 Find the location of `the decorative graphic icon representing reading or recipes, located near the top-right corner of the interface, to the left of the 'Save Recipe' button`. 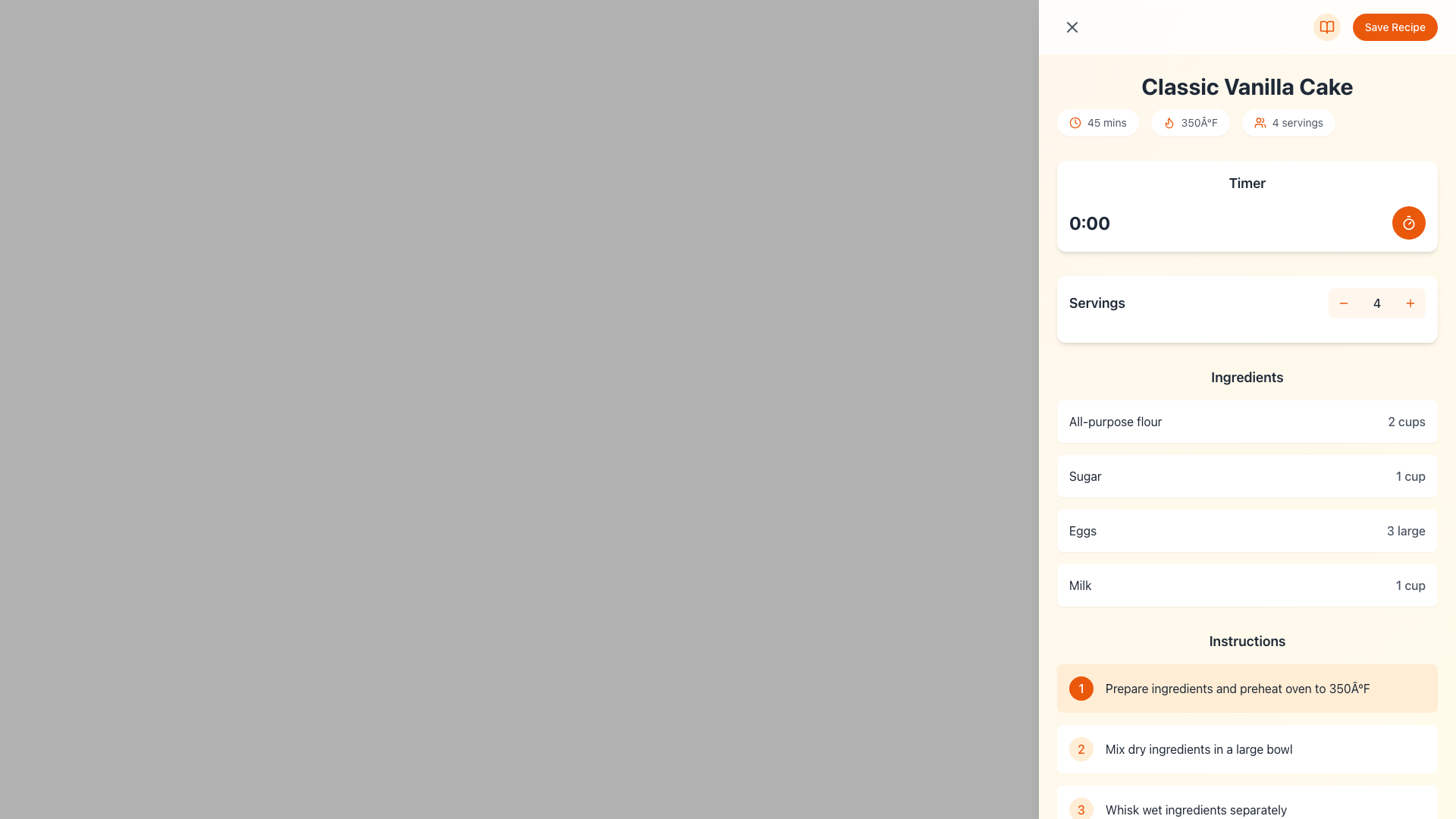

the decorative graphic icon representing reading or recipes, located near the top-right corner of the interface, to the left of the 'Save Recipe' button is located at coordinates (1326, 27).